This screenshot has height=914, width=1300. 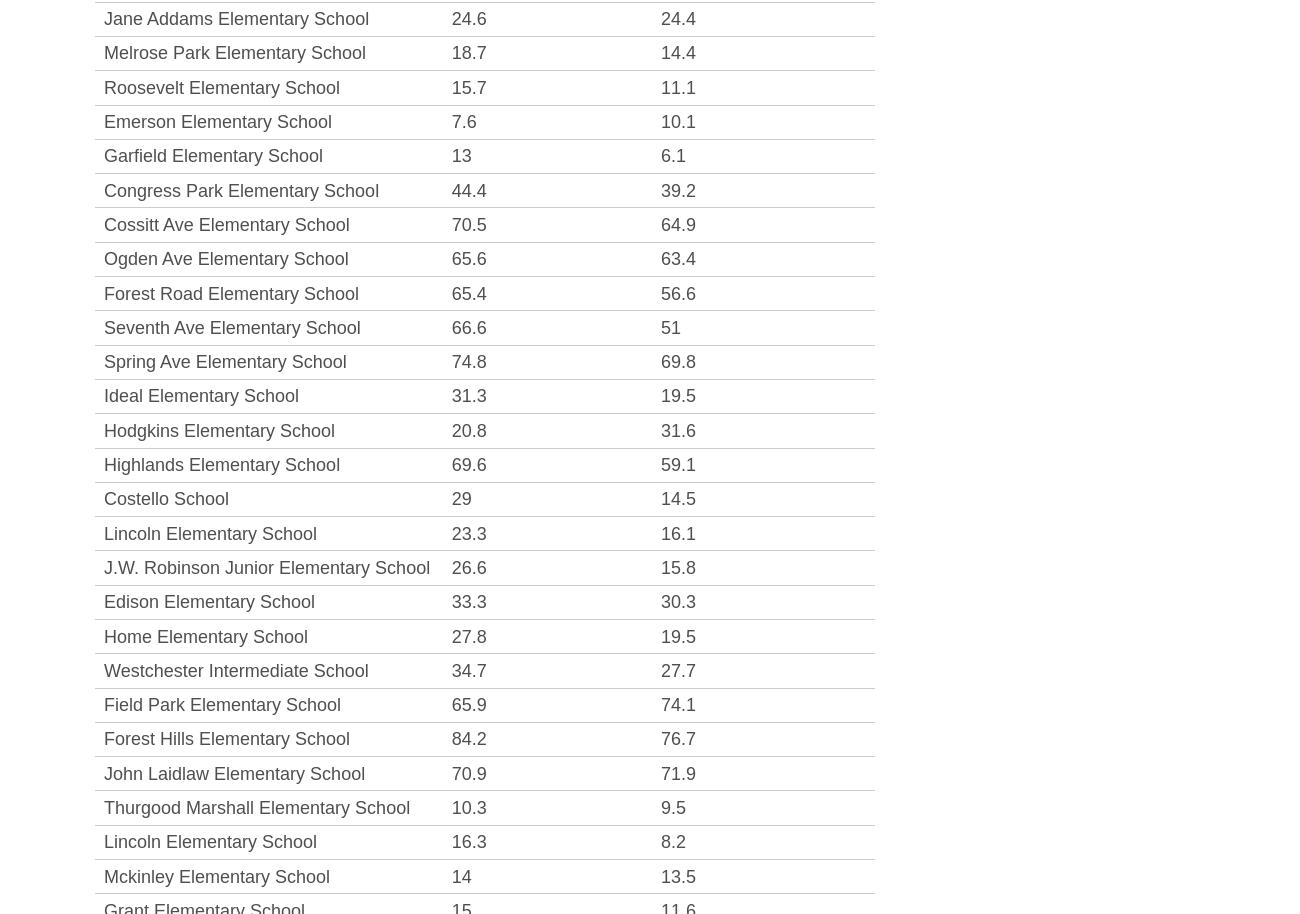 What do you see at coordinates (206, 634) in the screenshot?
I see `'Home Elementary School'` at bounding box center [206, 634].